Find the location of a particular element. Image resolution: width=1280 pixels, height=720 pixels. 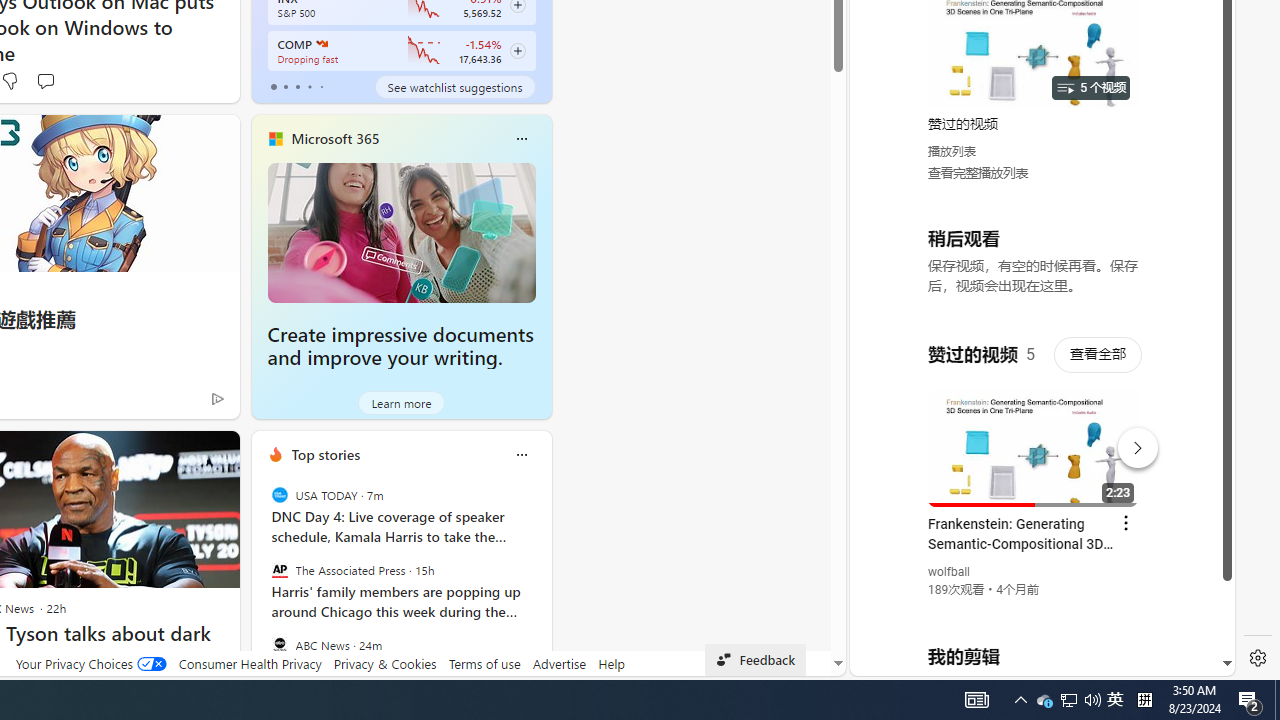

'Class: icon-img' is located at coordinates (521, 455).